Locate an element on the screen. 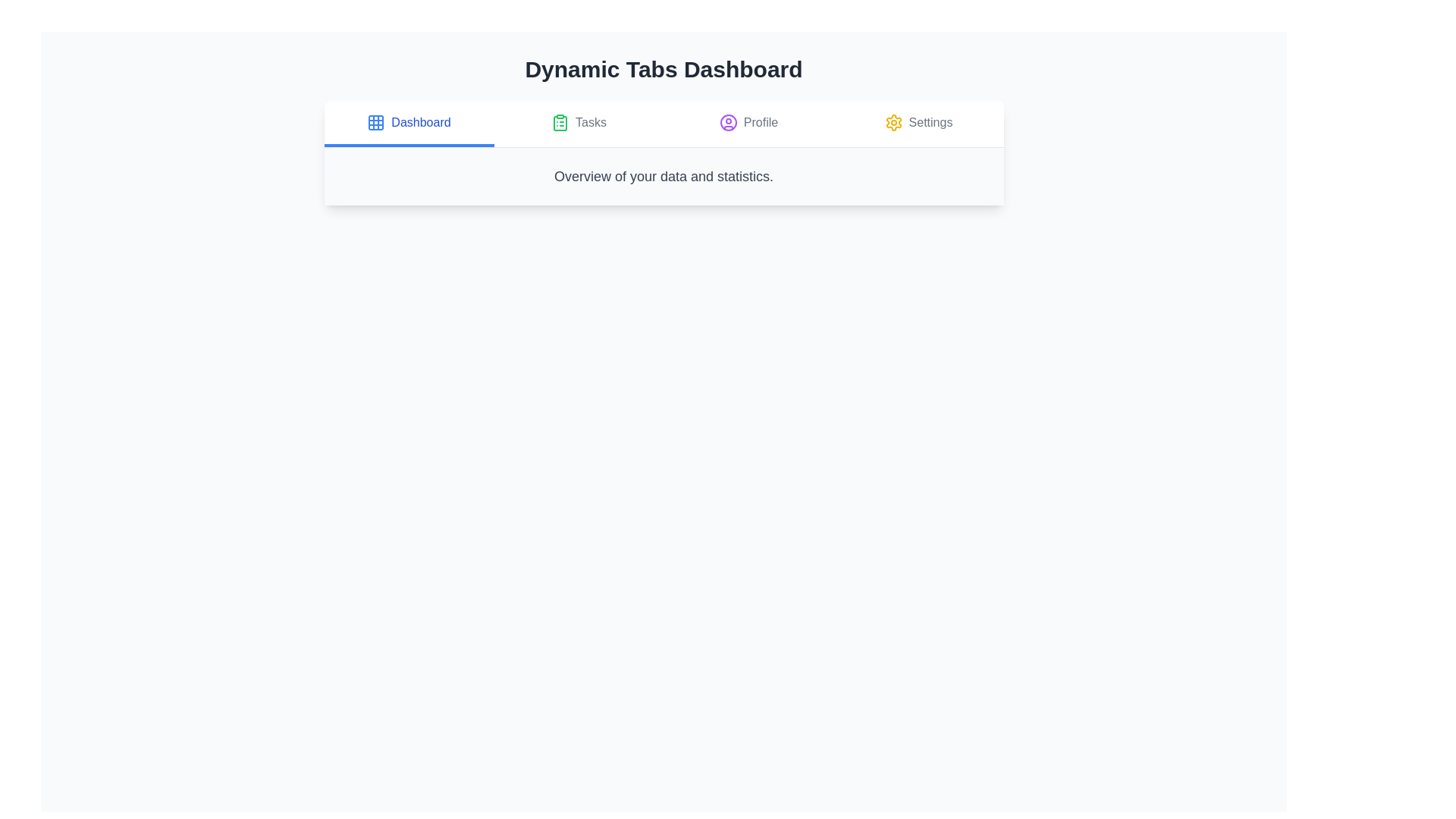 The image size is (1456, 819). the Navigation bar located near the top of the application interface is located at coordinates (664, 124).